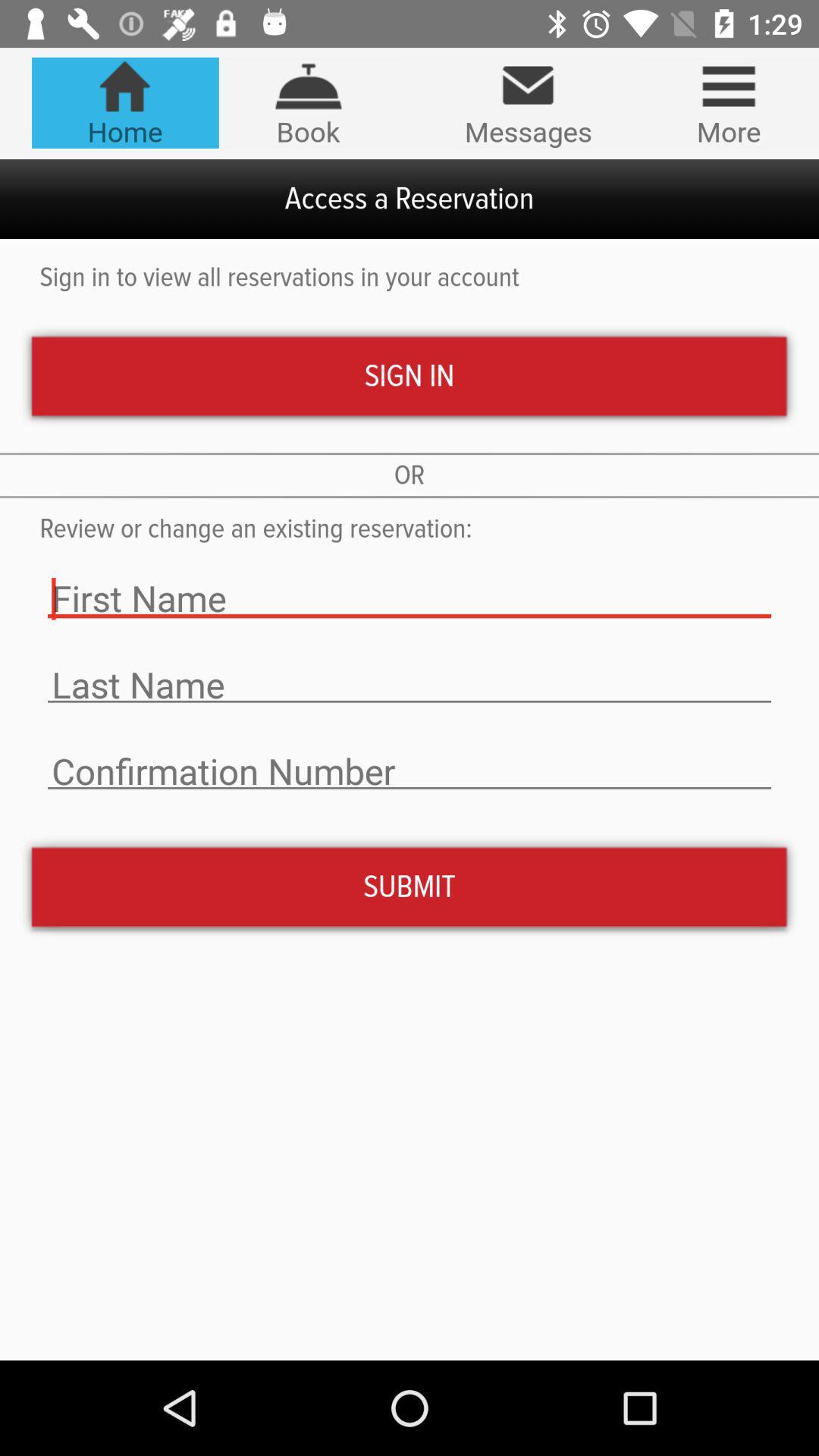 This screenshot has height=1456, width=819. I want to click on type text, so click(409, 771).